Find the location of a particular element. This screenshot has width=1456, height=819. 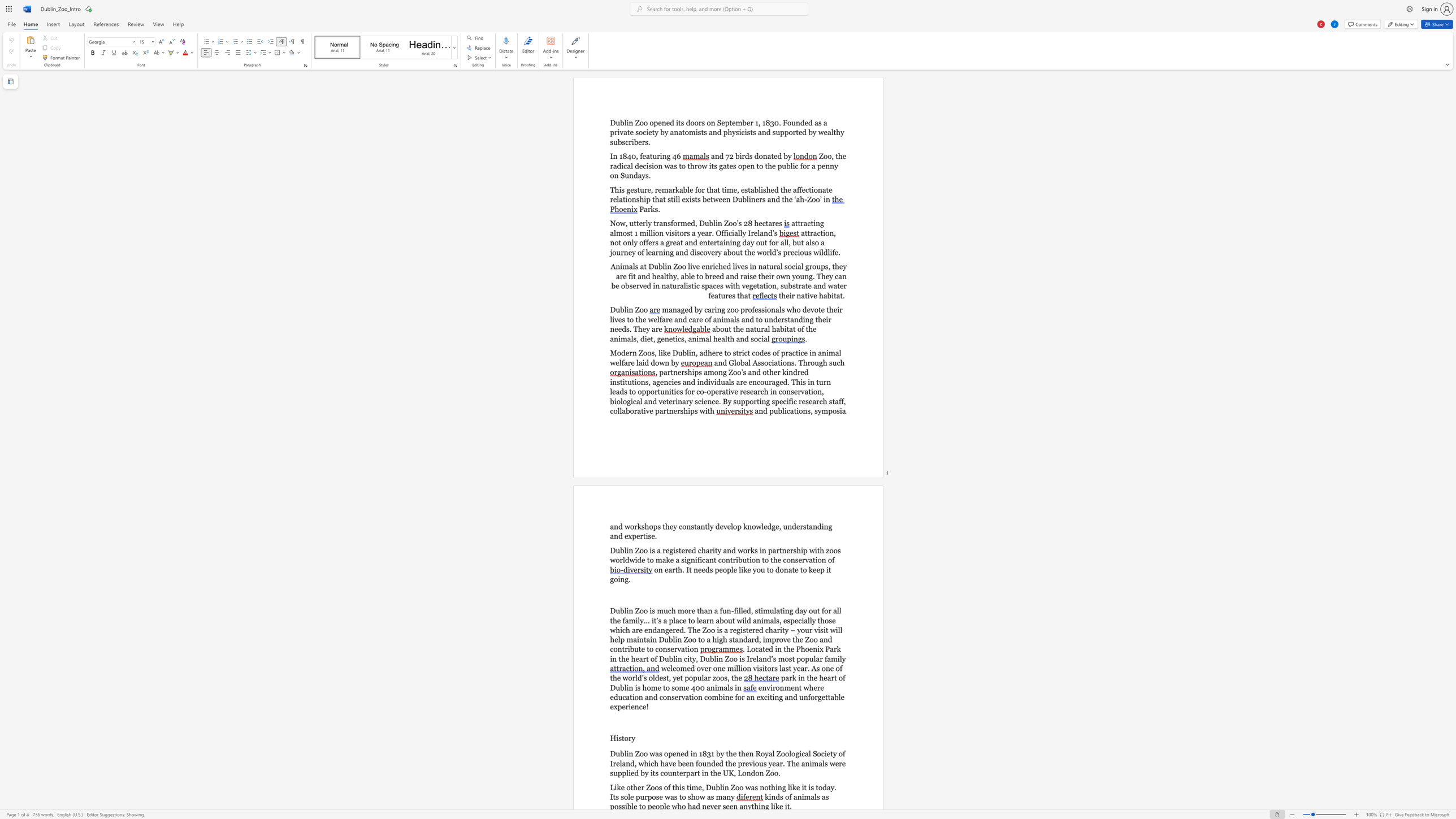

the subset text "eople like you to donate t" within the text "on earth. It needs people like you to donate to keep it going." is located at coordinates (718, 569).